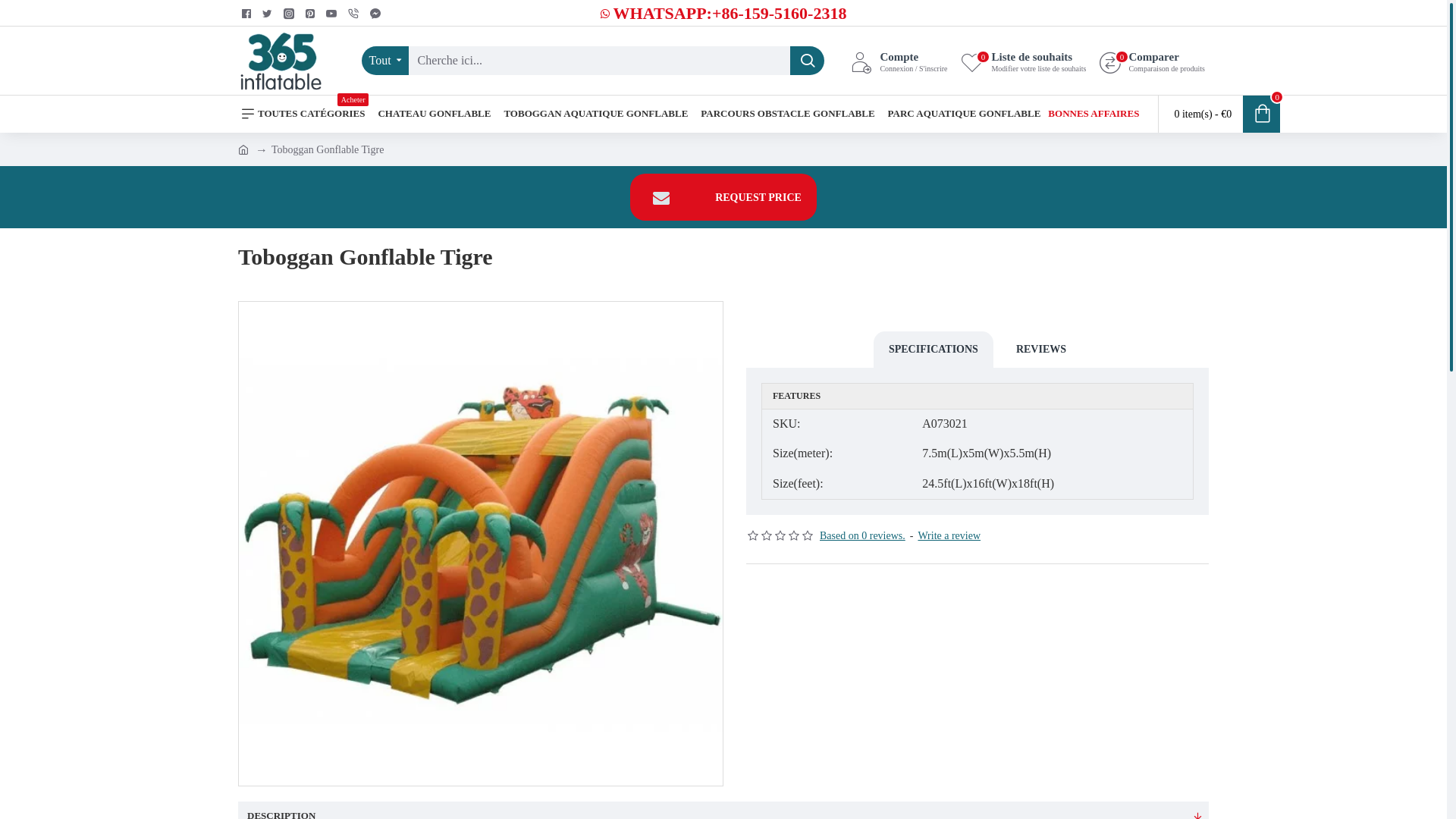 The height and width of the screenshot is (819, 1456). What do you see at coordinates (956, 59) in the screenshot?
I see `'Liste de souhaits` at bounding box center [956, 59].